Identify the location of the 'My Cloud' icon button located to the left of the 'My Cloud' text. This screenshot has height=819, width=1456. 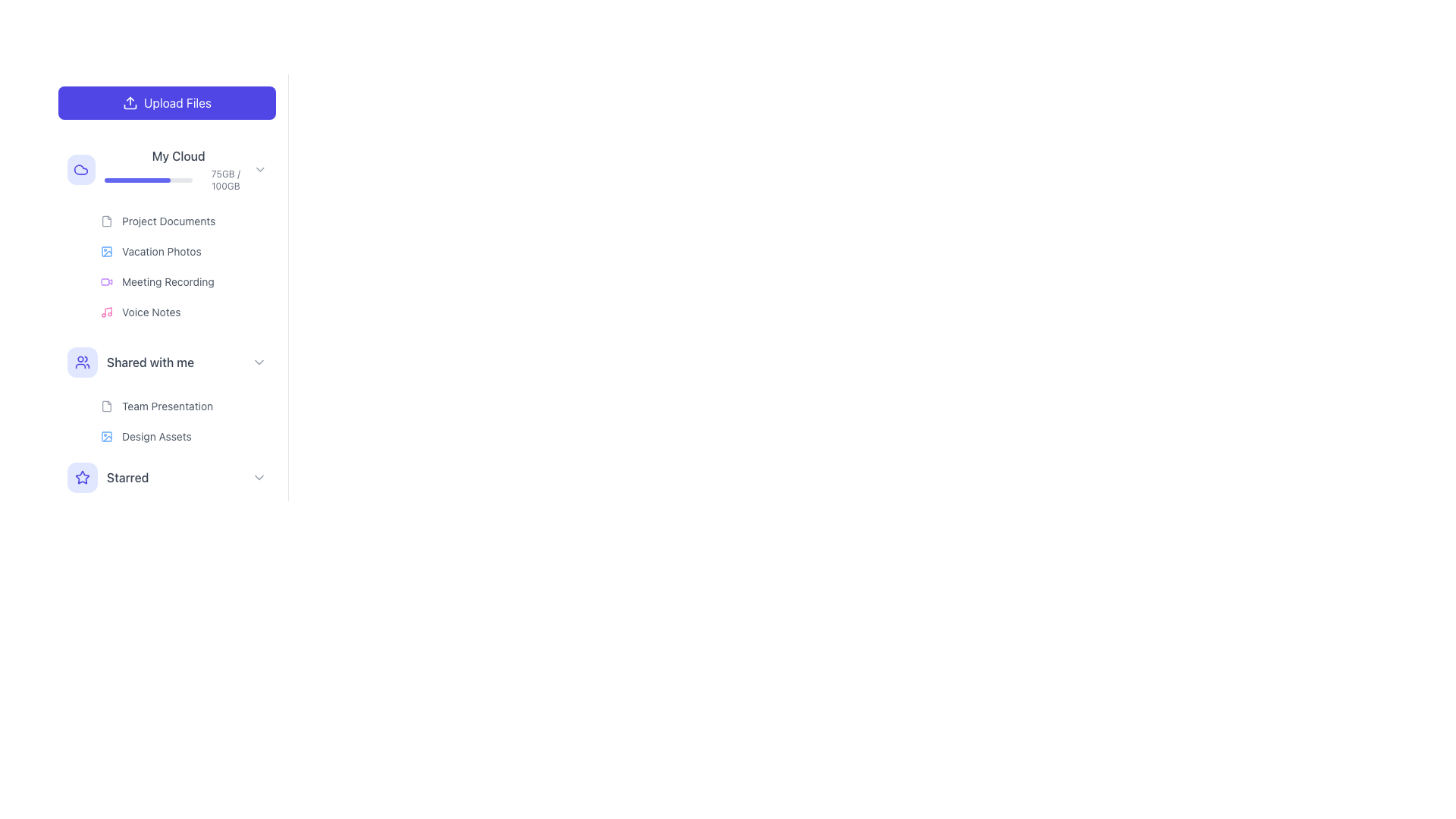
(80, 169).